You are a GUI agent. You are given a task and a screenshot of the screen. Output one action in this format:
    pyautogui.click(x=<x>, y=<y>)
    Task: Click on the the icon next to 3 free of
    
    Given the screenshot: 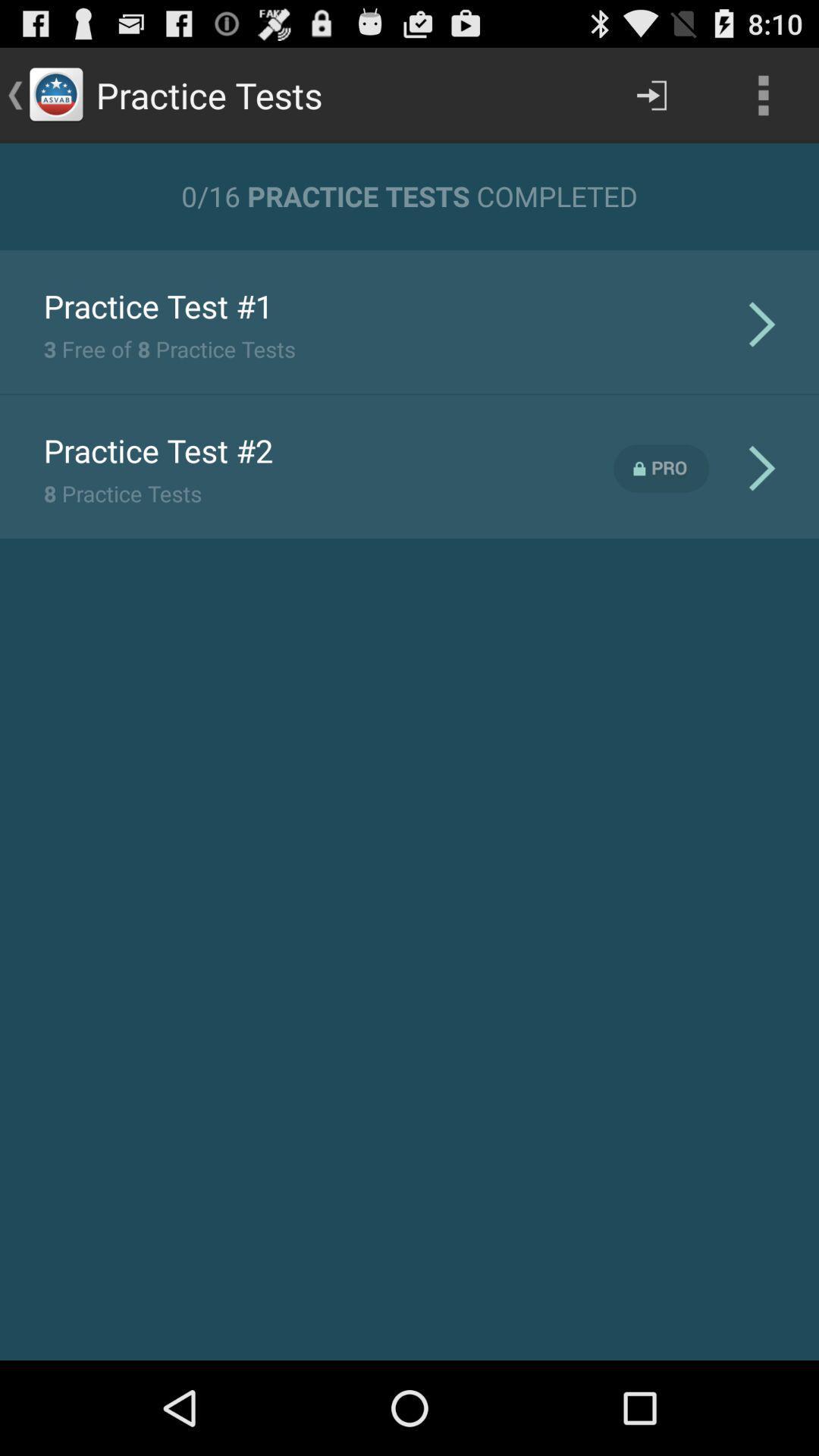 What is the action you would take?
    pyautogui.click(x=762, y=323)
    